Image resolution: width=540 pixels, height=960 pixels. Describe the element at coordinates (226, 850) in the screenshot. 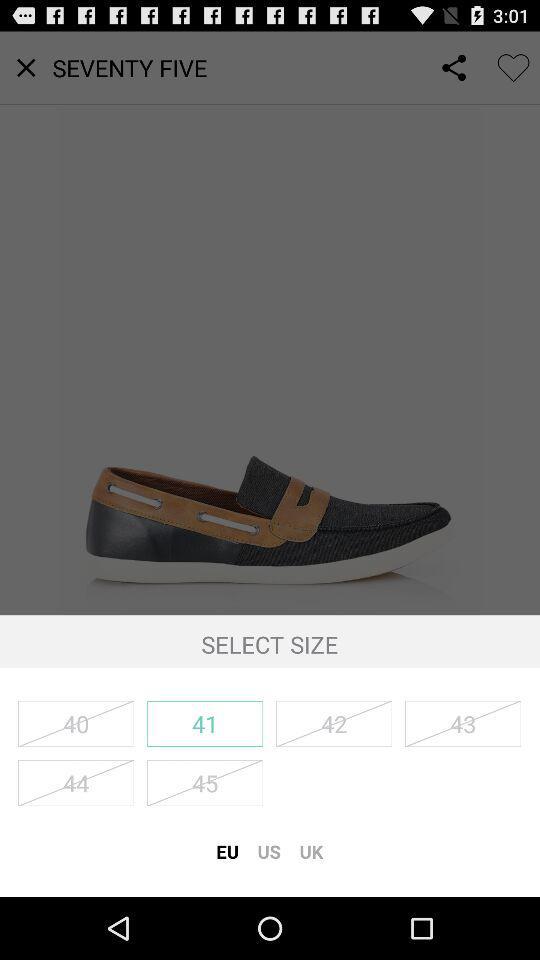

I see `eu` at that location.